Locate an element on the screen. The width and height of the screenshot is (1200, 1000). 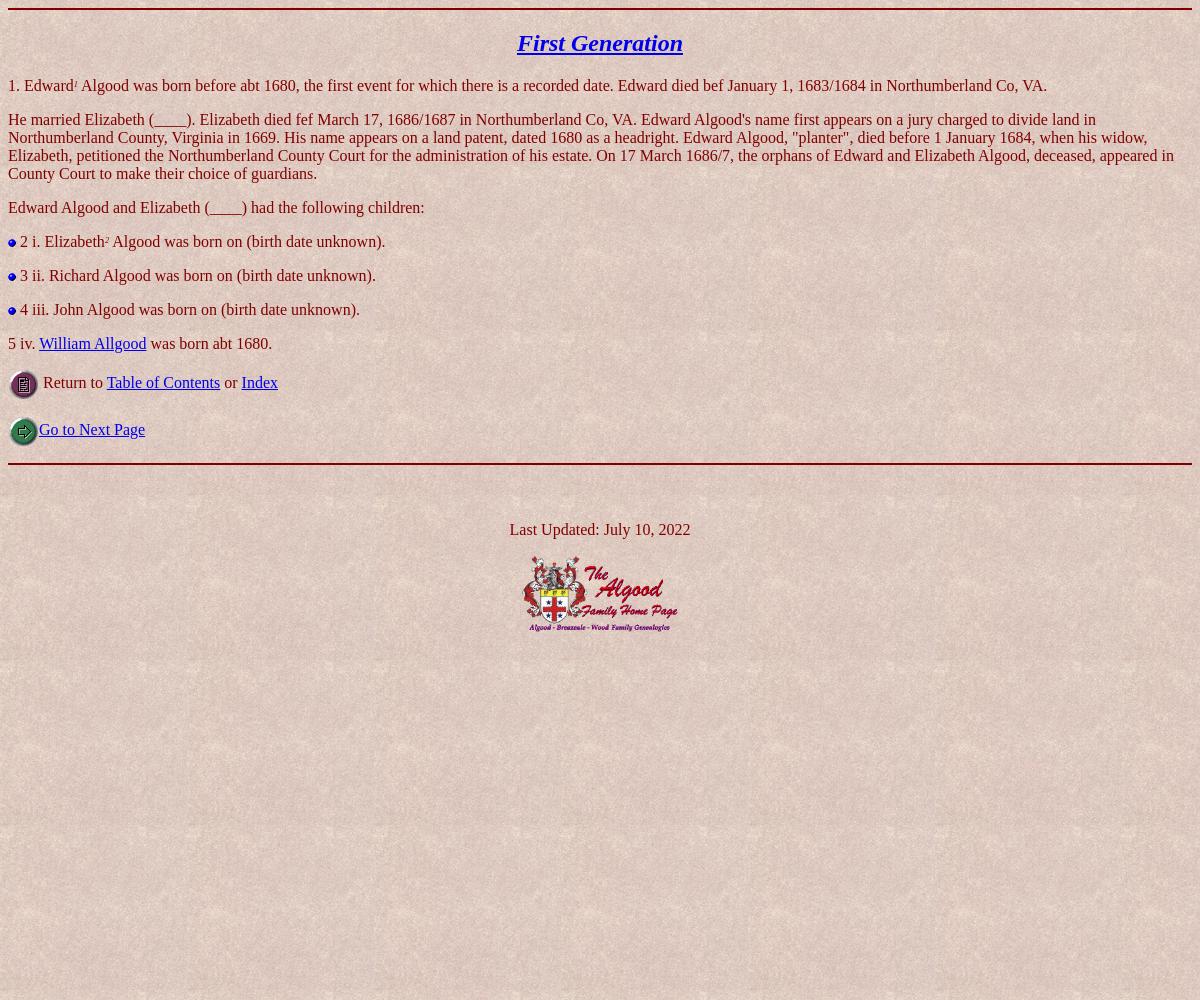
'1' is located at coordinates (75, 82).